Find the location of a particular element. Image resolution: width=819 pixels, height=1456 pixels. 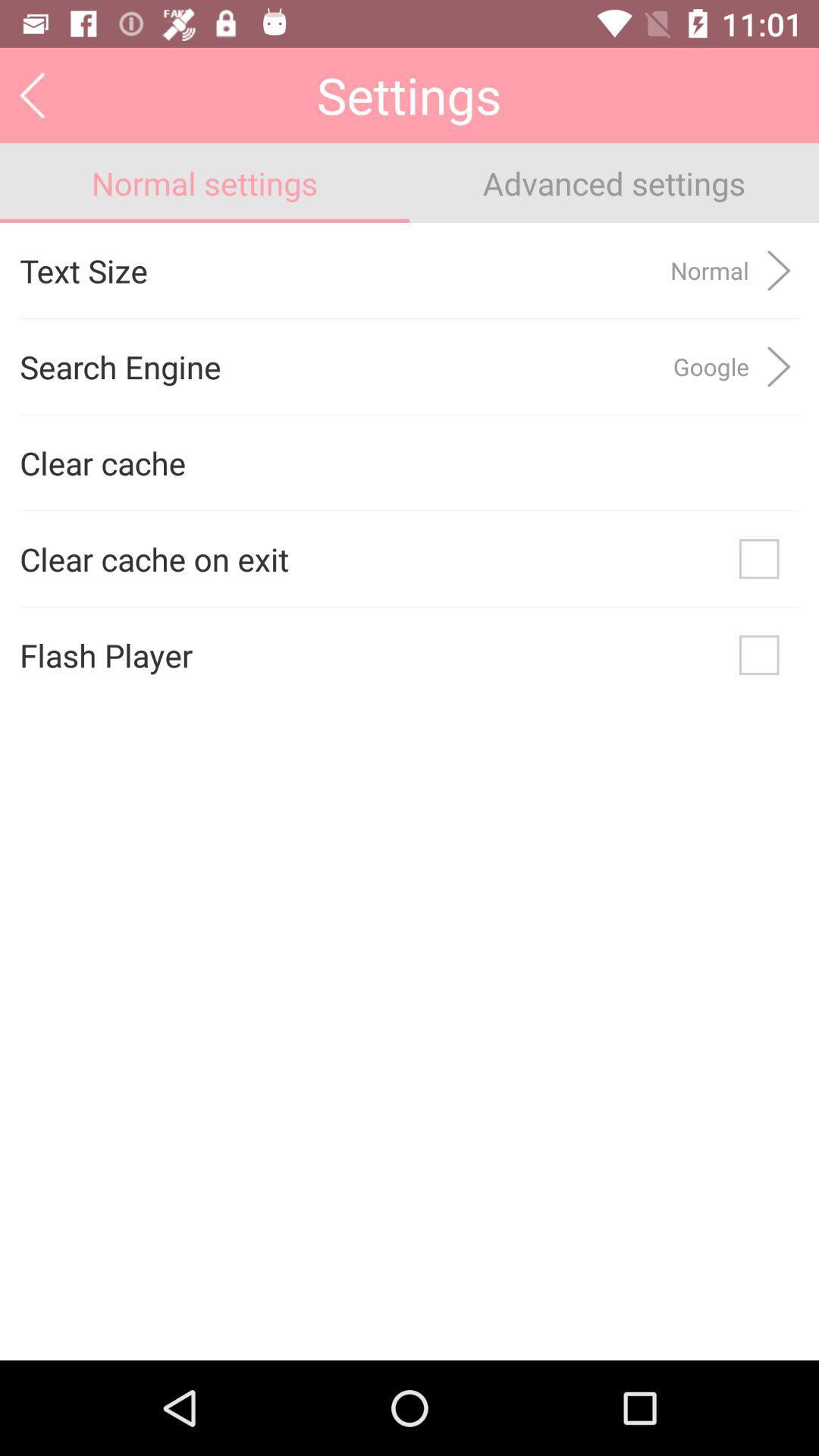

the icon to the right of the flash player app is located at coordinates (759, 655).